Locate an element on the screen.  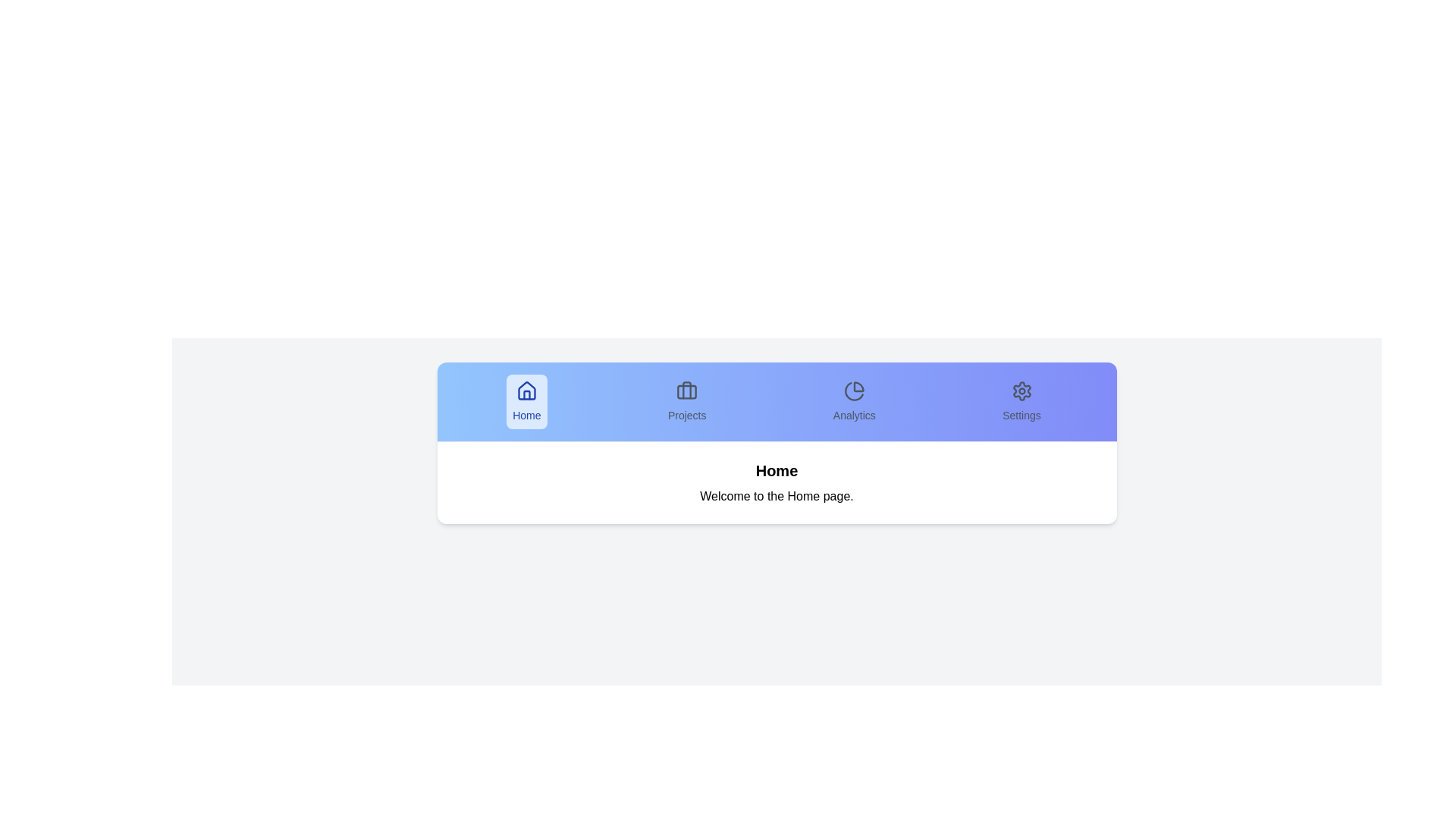
the tab labeled Home to switch to that tab is located at coordinates (526, 400).